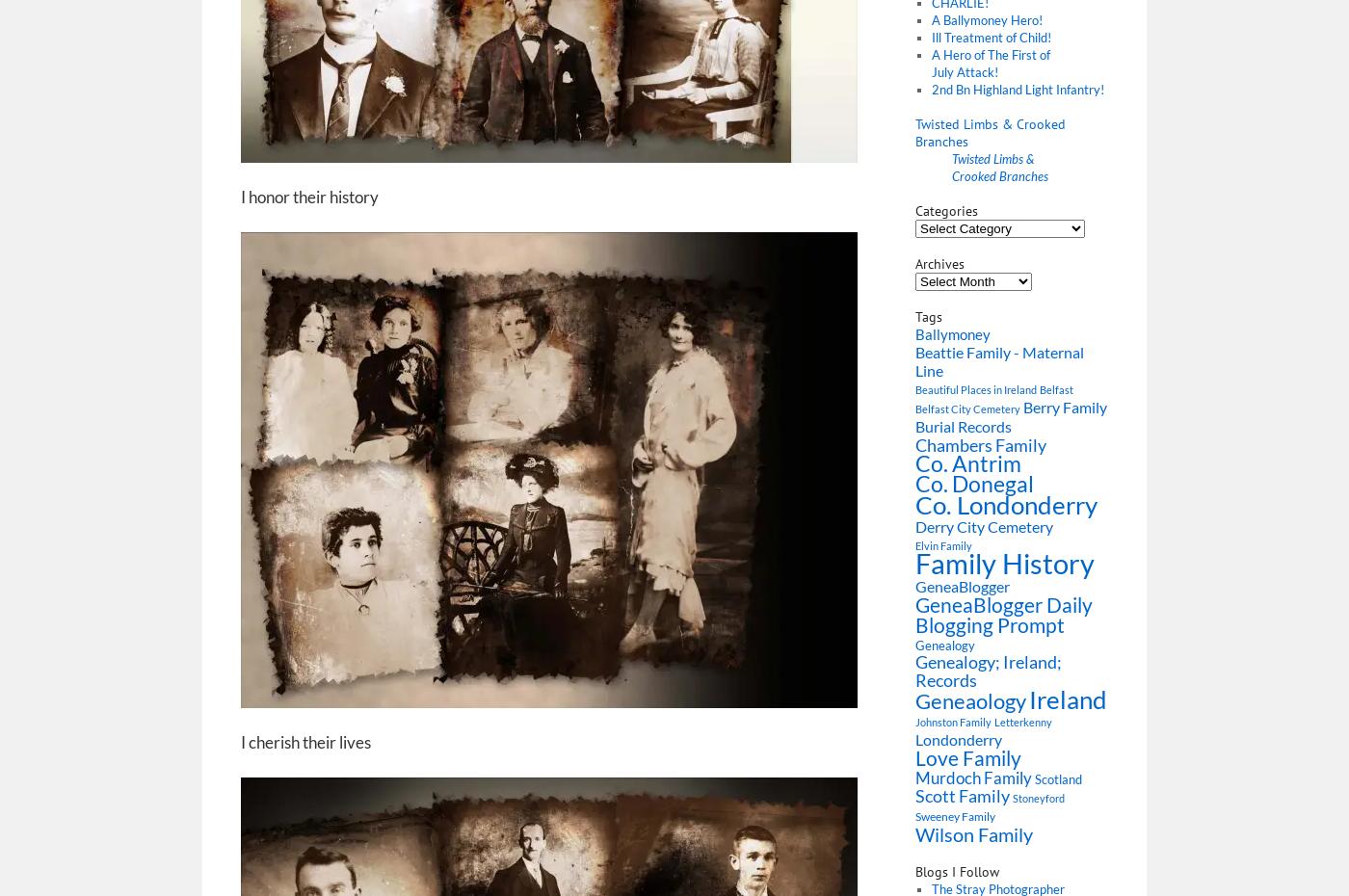 The image size is (1349, 896). What do you see at coordinates (973, 777) in the screenshot?
I see `'Murdoch Family'` at bounding box center [973, 777].